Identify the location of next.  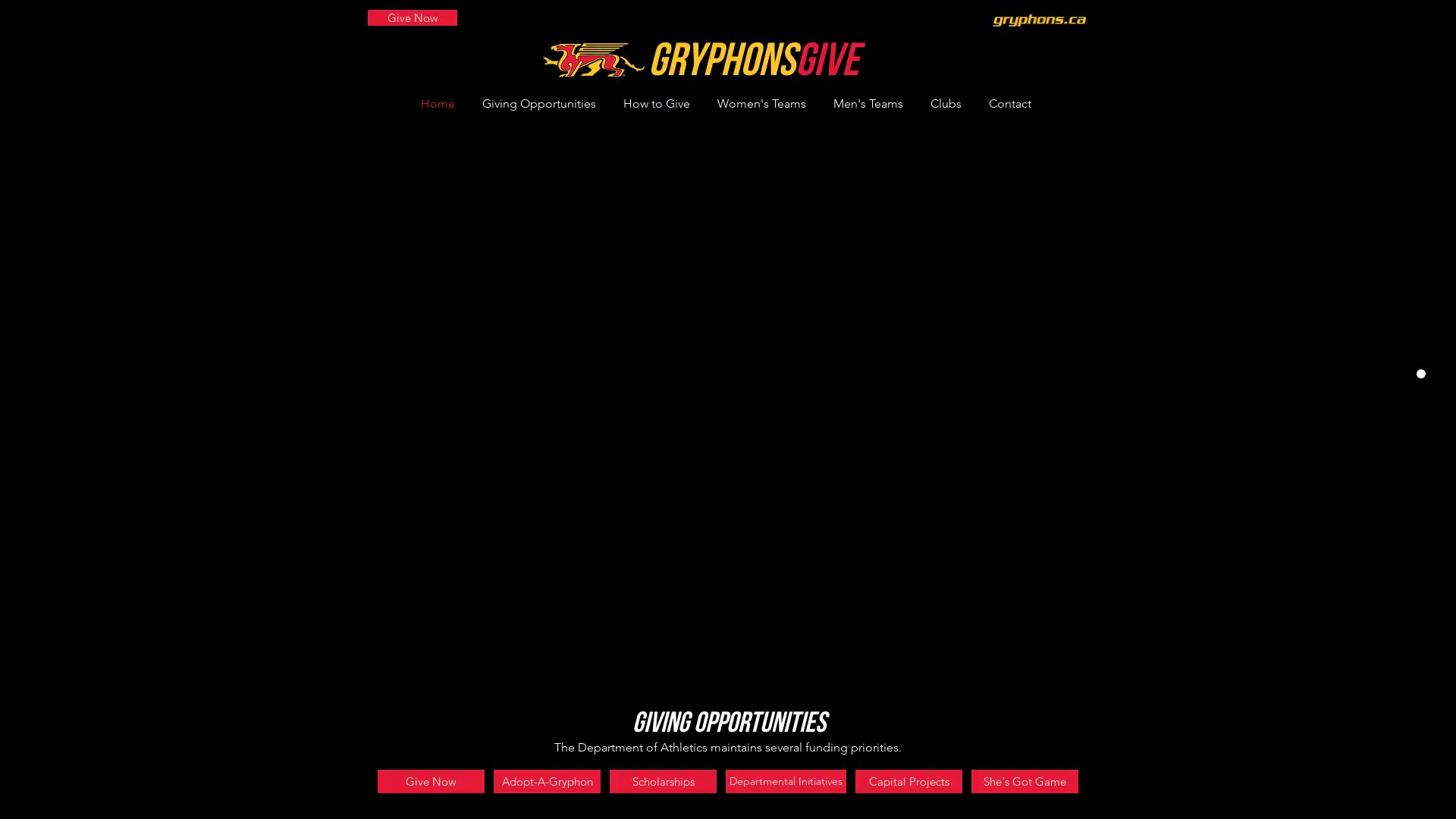
(1087, 265).